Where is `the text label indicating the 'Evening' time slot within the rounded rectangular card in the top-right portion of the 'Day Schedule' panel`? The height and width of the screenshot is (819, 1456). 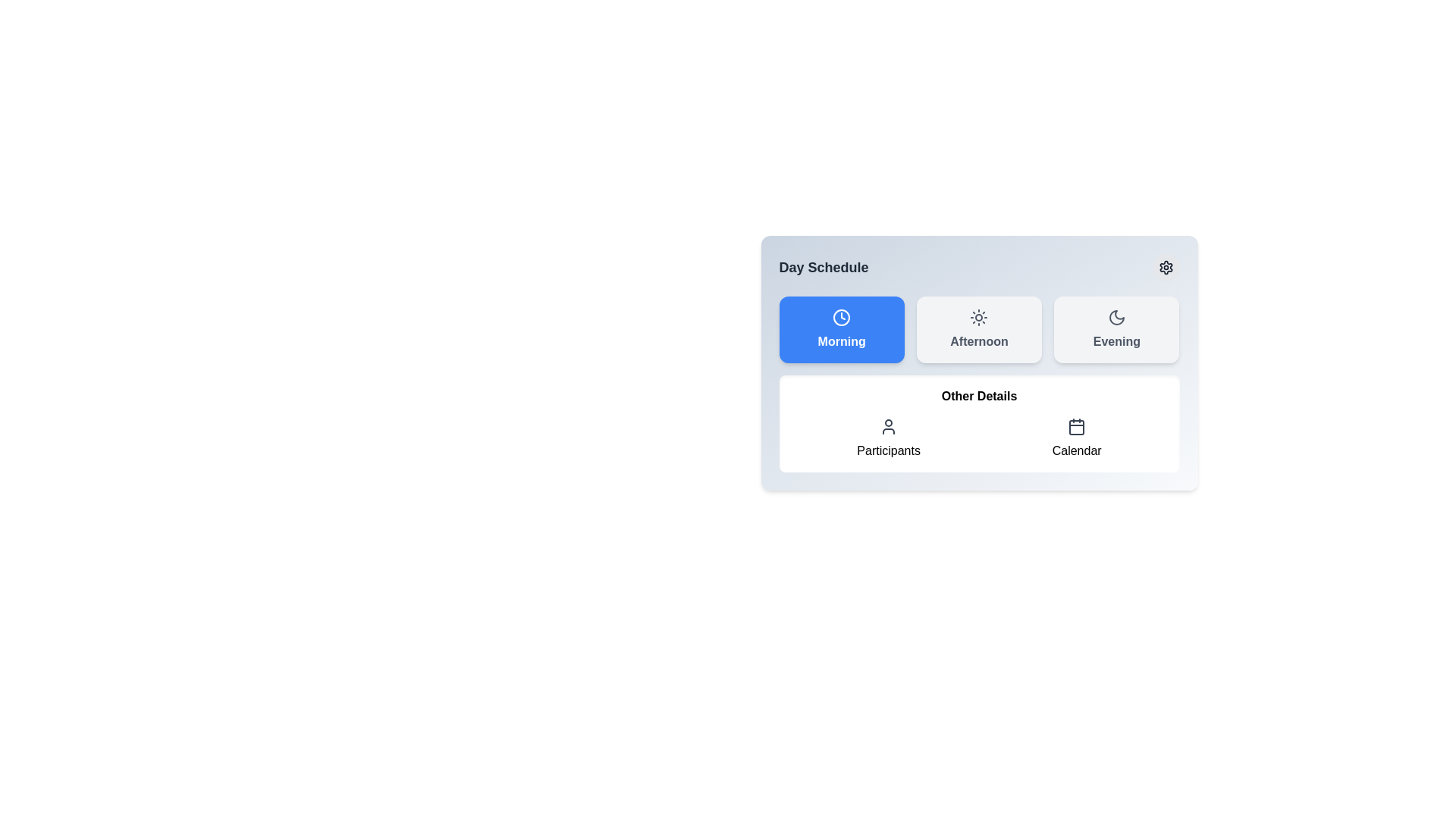 the text label indicating the 'Evening' time slot within the rounded rectangular card in the top-right portion of the 'Day Schedule' panel is located at coordinates (1116, 342).